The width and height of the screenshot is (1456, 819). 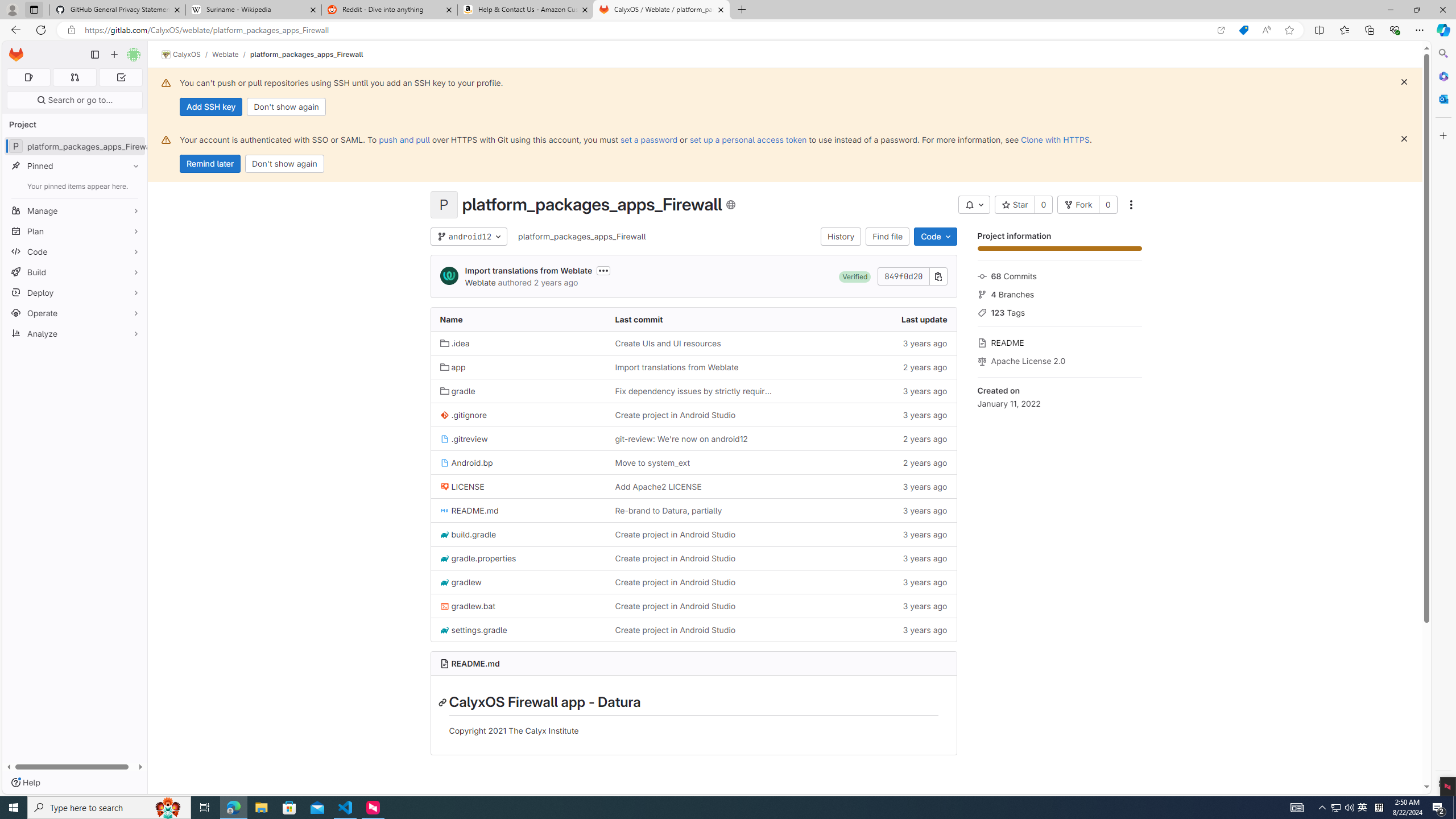 I want to click on 'Pinned', so click(x=74, y=166).